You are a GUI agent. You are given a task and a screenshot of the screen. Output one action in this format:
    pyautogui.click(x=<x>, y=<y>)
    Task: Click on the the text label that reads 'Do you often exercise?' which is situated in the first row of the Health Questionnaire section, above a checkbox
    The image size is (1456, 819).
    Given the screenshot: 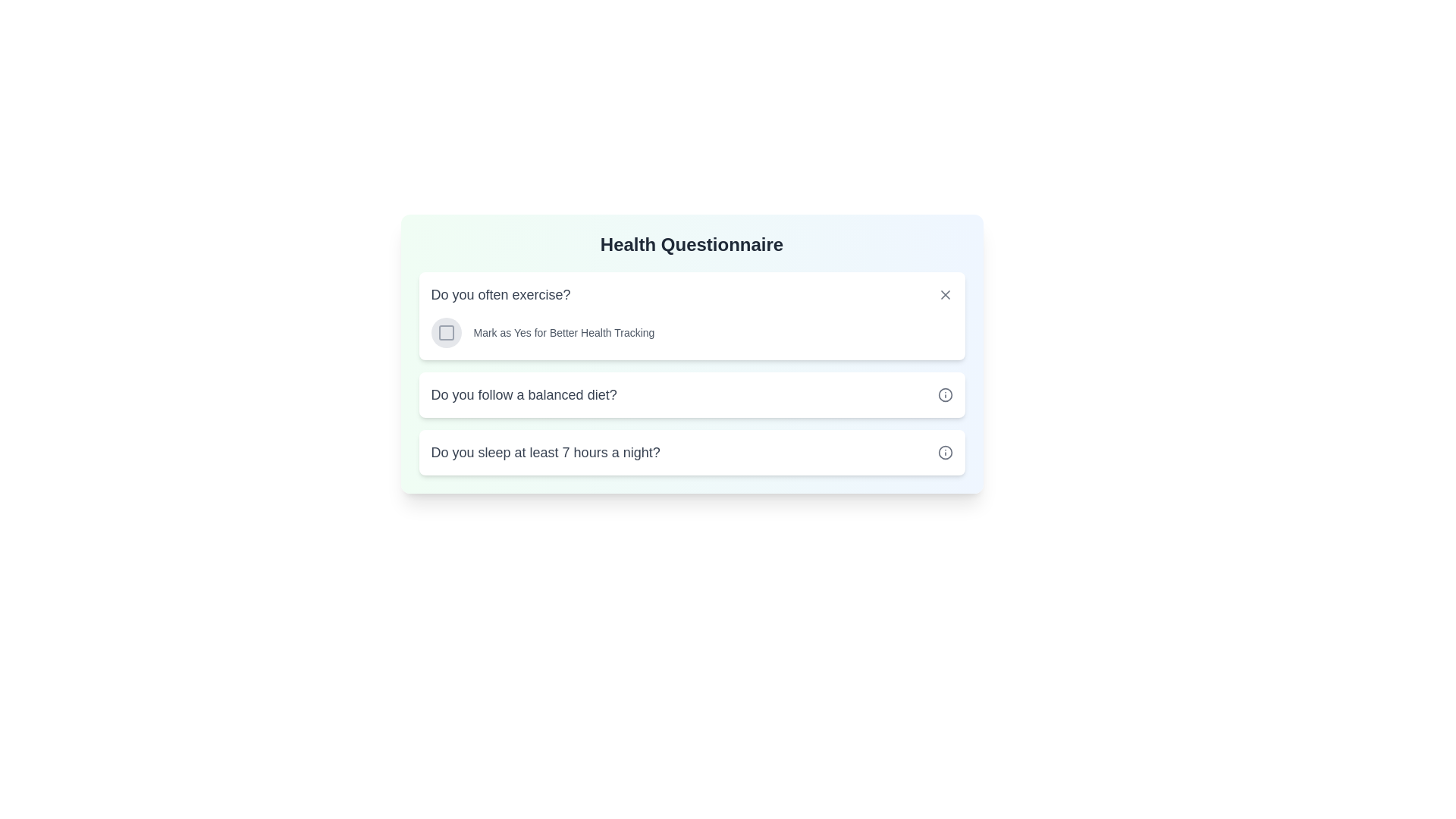 What is the action you would take?
    pyautogui.click(x=500, y=295)
    